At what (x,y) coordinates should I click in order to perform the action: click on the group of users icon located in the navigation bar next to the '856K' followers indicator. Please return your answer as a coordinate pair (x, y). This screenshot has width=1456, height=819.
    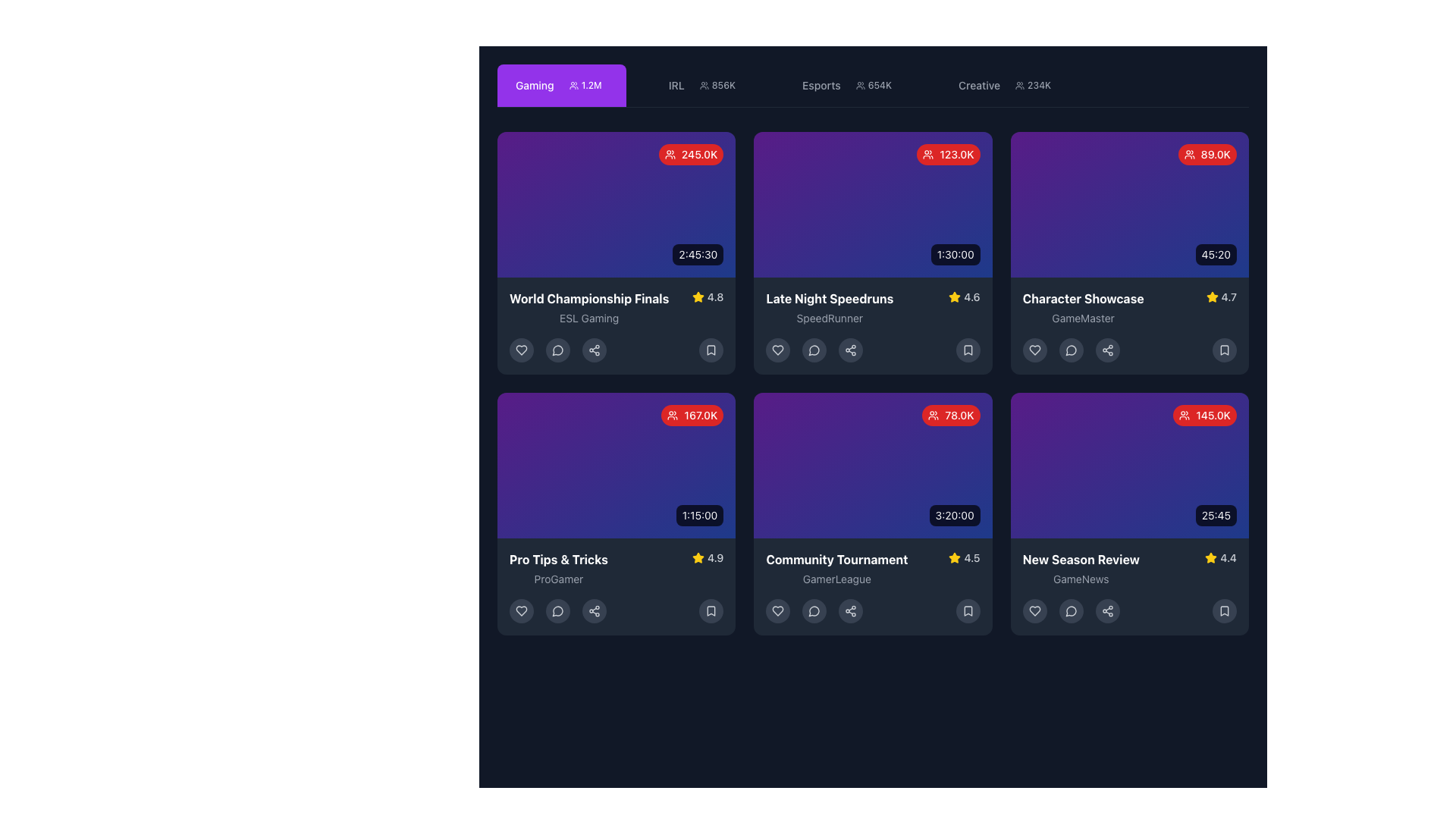
    Looking at the image, I should click on (703, 85).